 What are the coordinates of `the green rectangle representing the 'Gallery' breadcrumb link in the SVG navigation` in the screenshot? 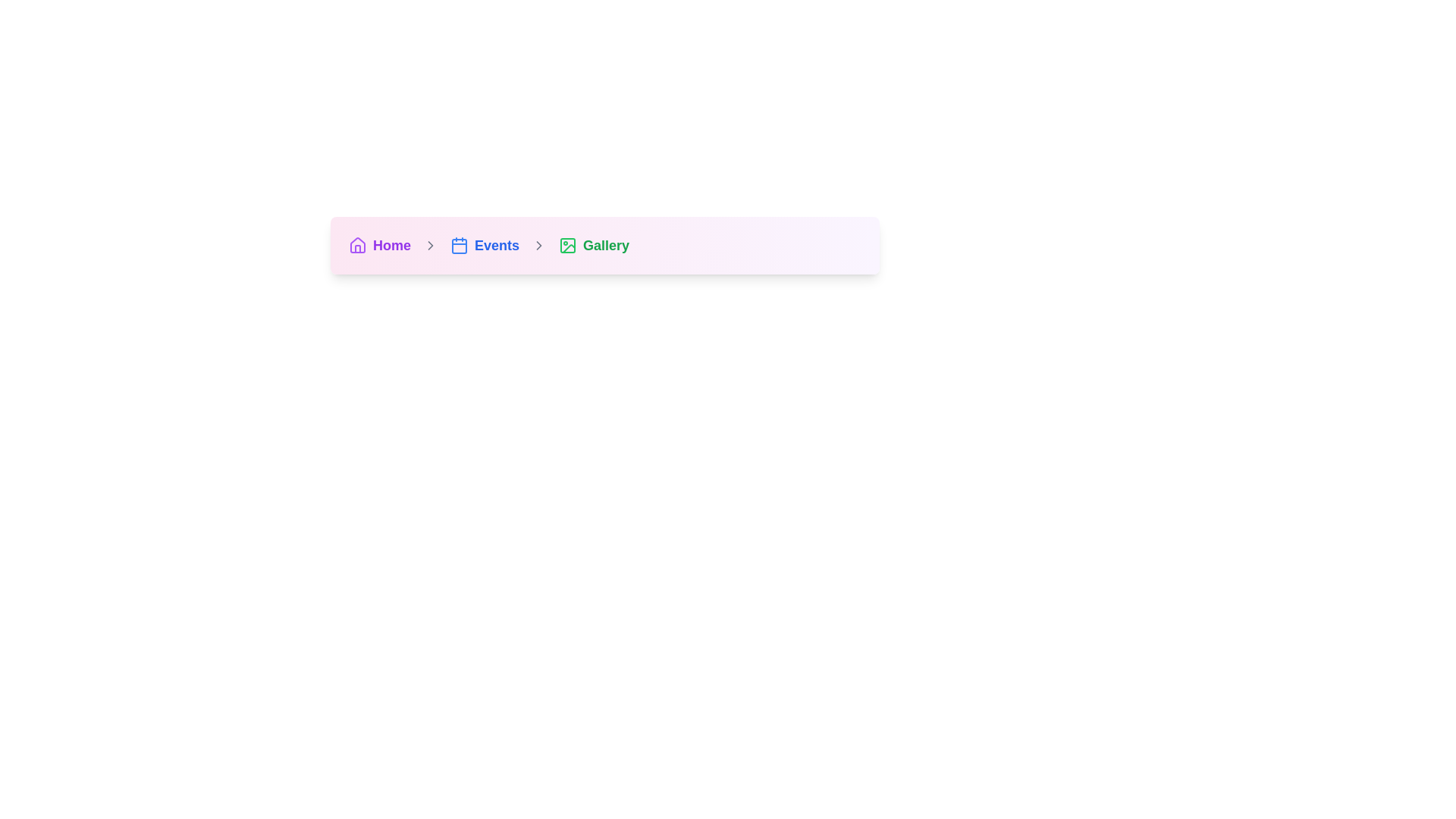 It's located at (566, 245).